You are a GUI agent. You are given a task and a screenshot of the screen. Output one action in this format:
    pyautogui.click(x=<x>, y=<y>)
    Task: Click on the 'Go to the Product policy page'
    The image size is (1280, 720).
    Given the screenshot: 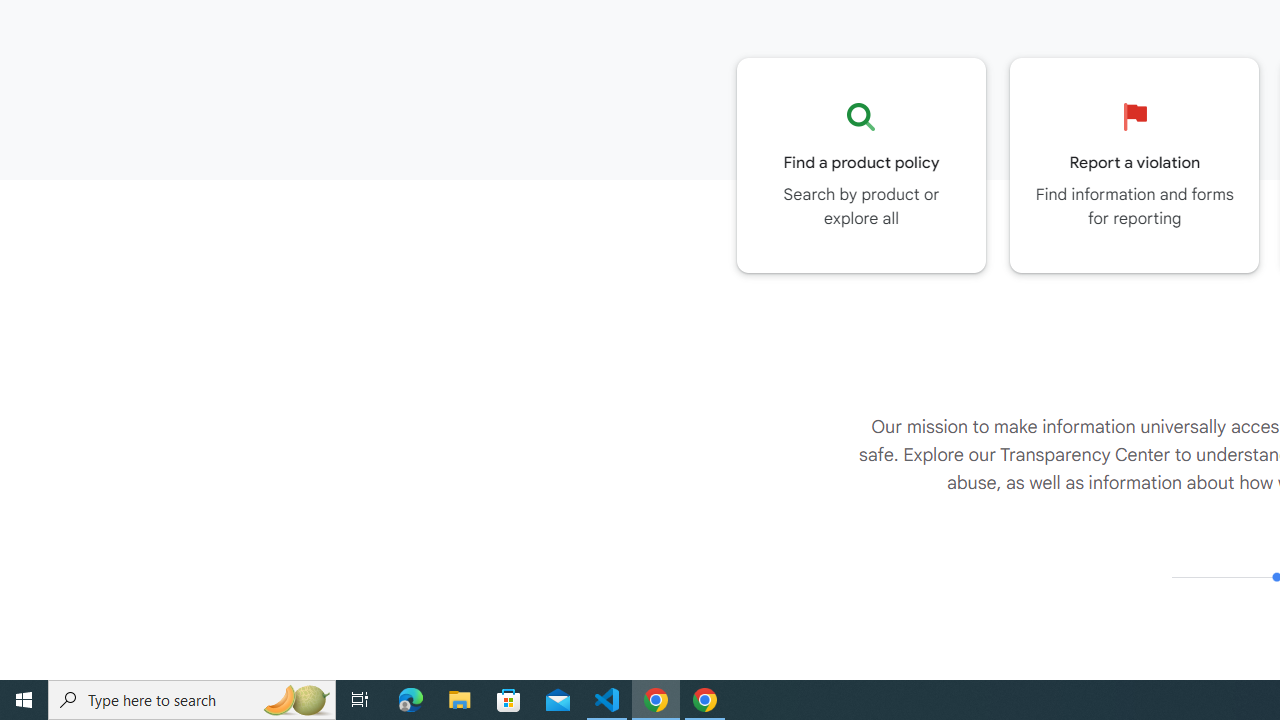 What is the action you would take?
    pyautogui.click(x=861, y=164)
    